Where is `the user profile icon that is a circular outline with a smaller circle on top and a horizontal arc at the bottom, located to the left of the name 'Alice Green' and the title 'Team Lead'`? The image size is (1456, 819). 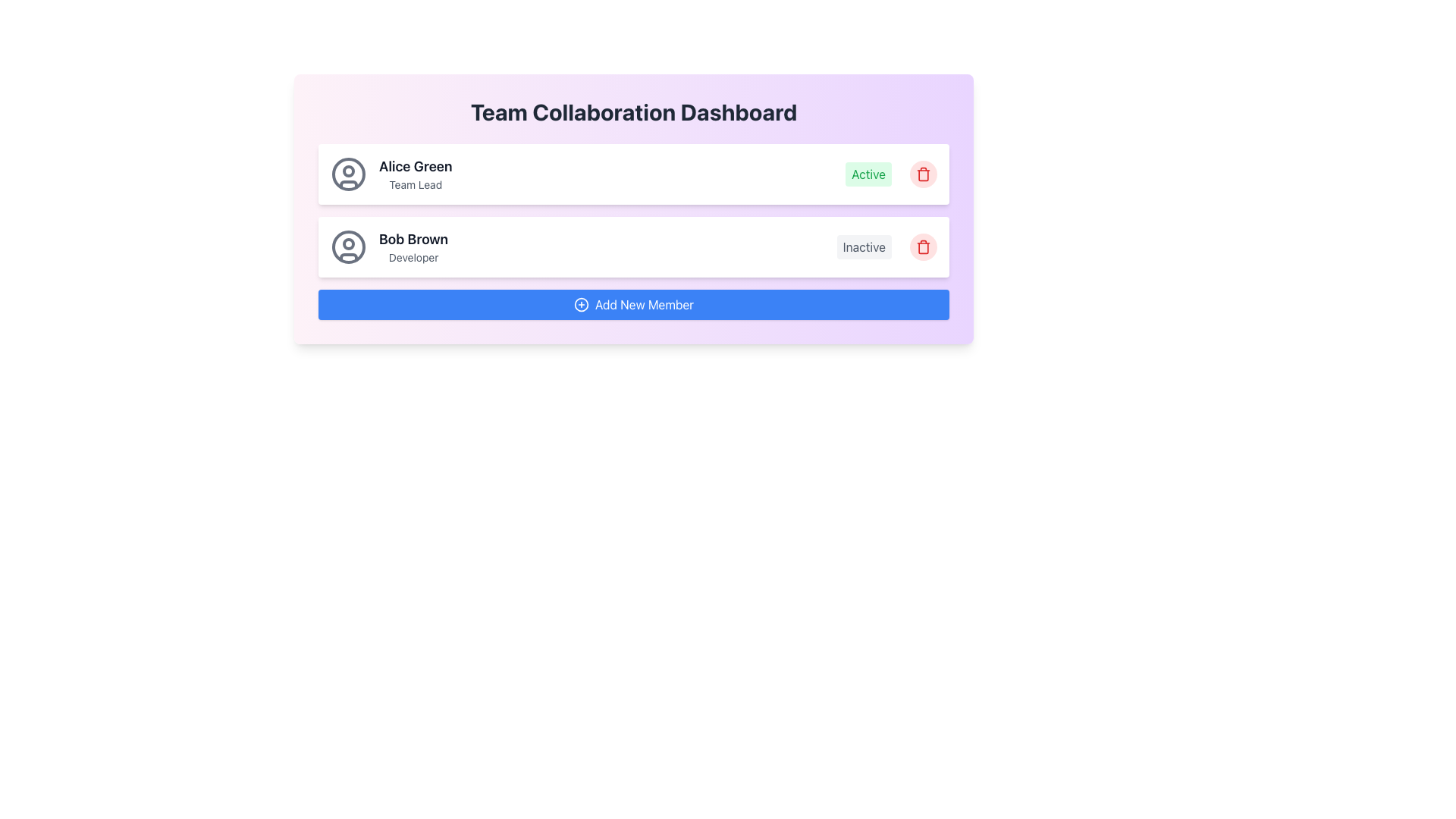
the user profile icon that is a circular outline with a smaller circle on top and a horizontal arc at the bottom, located to the left of the name 'Alice Green' and the title 'Team Lead' is located at coordinates (348, 174).